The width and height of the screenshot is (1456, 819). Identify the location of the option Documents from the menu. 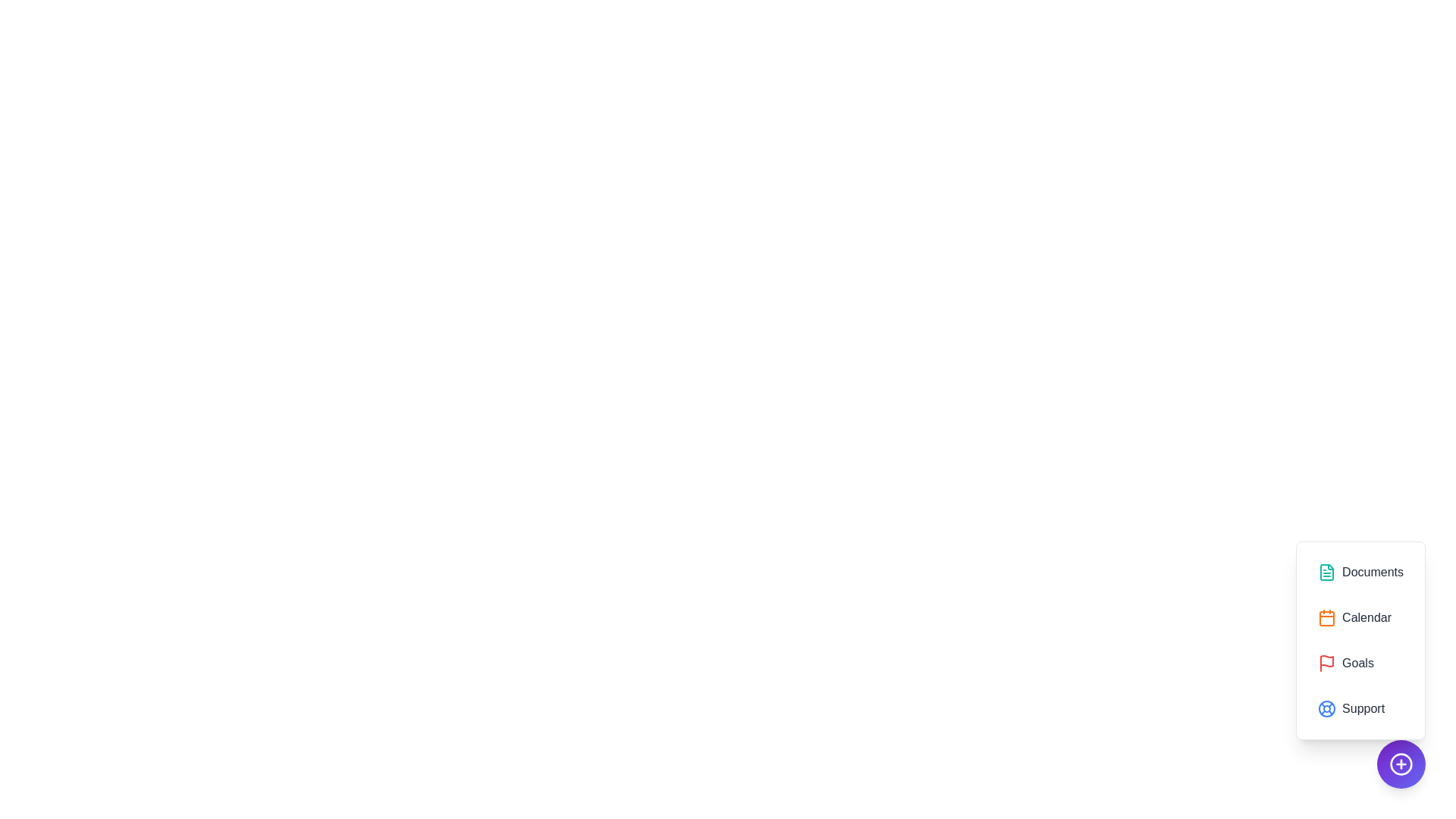
(1360, 573).